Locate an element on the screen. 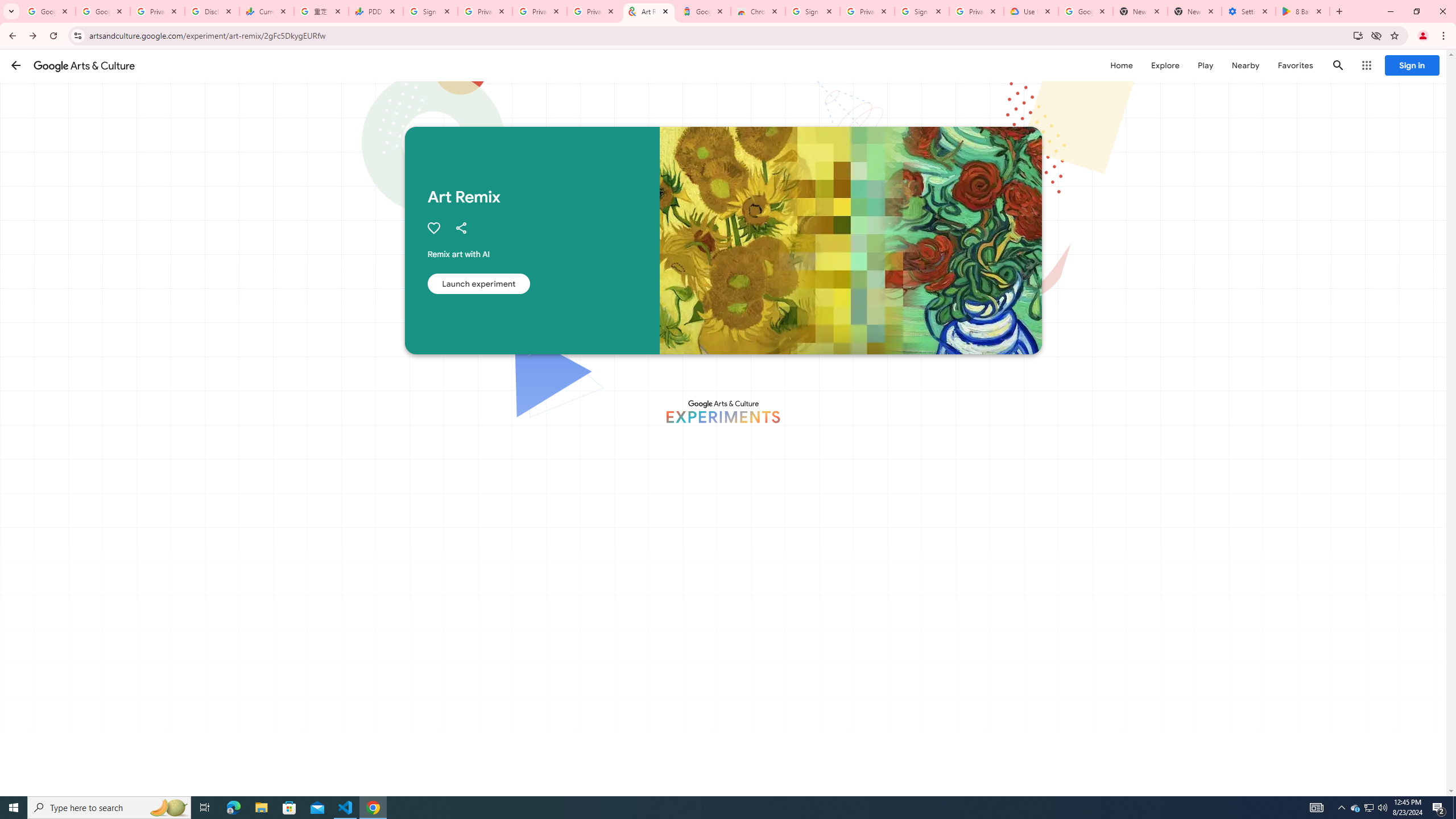 The height and width of the screenshot is (819, 1456). 'Sign in - Google Accounts' is located at coordinates (812, 11).